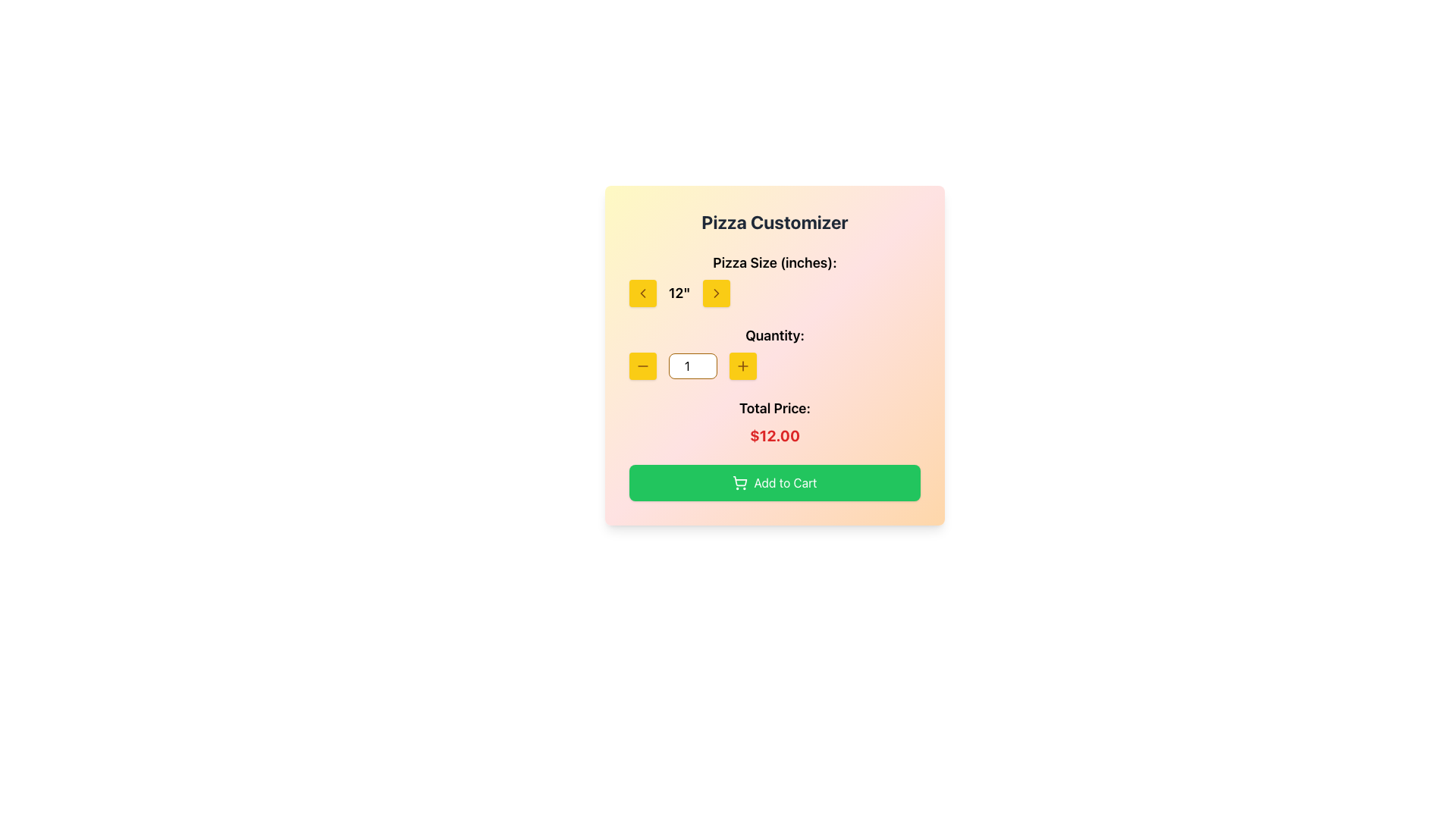 This screenshot has width=1456, height=819. What do you see at coordinates (715, 293) in the screenshot?
I see `the button located to the right of the '12"' text to increment the pizza size` at bounding box center [715, 293].